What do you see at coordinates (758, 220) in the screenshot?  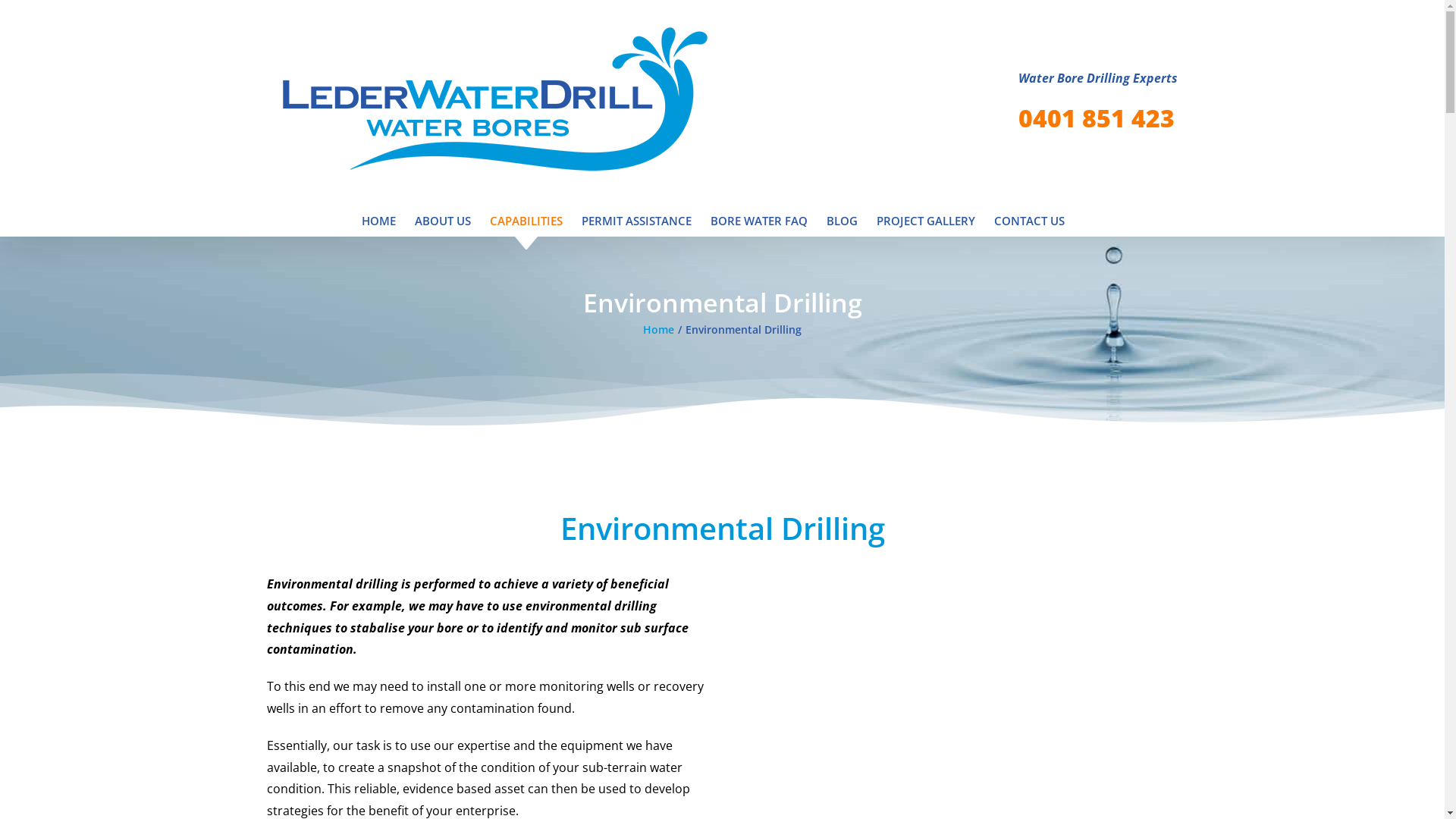 I see `'BORE WATER FAQ'` at bounding box center [758, 220].